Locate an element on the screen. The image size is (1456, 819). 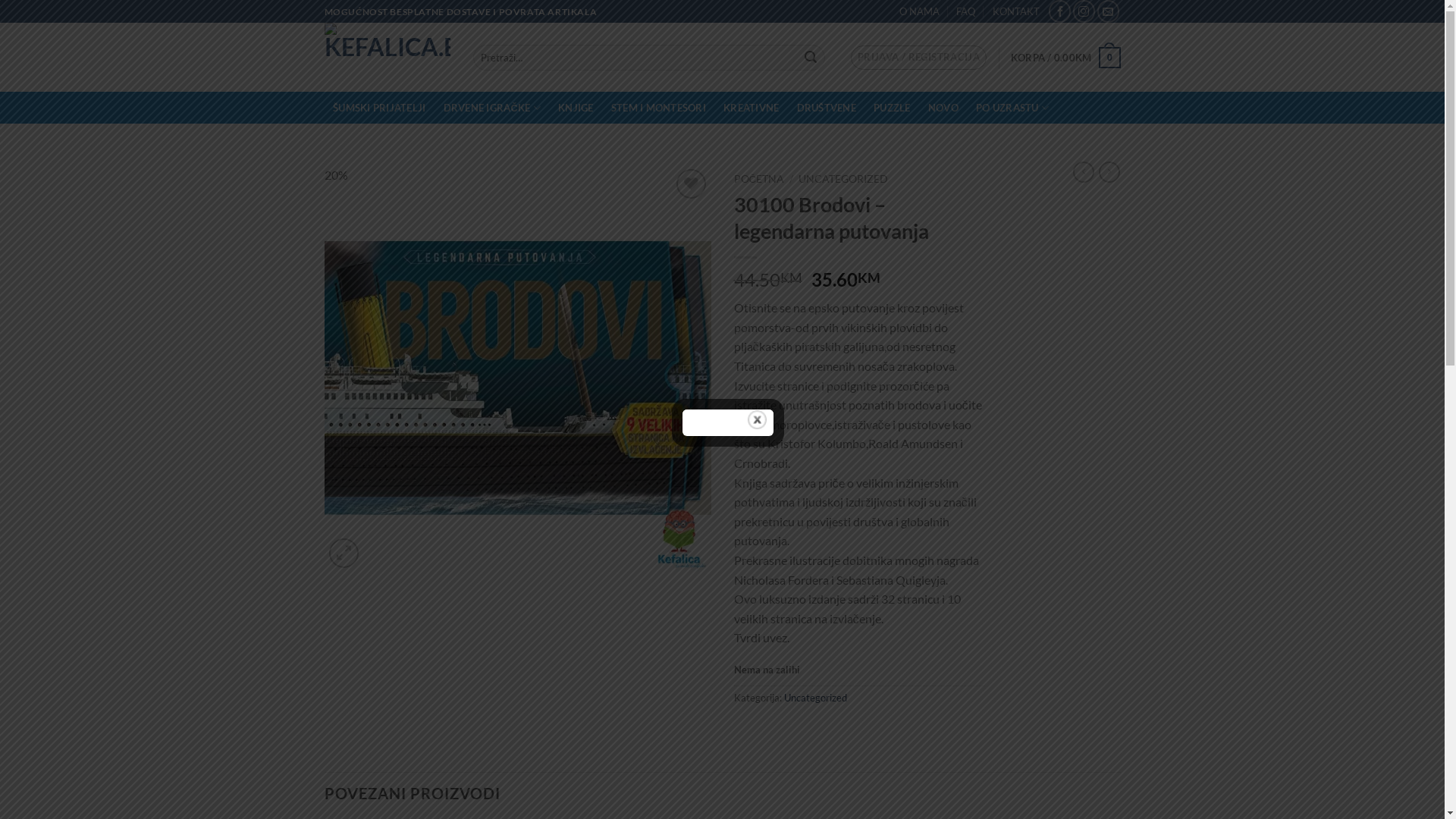
'KONTAKT' is located at coordinates (1015, 11).